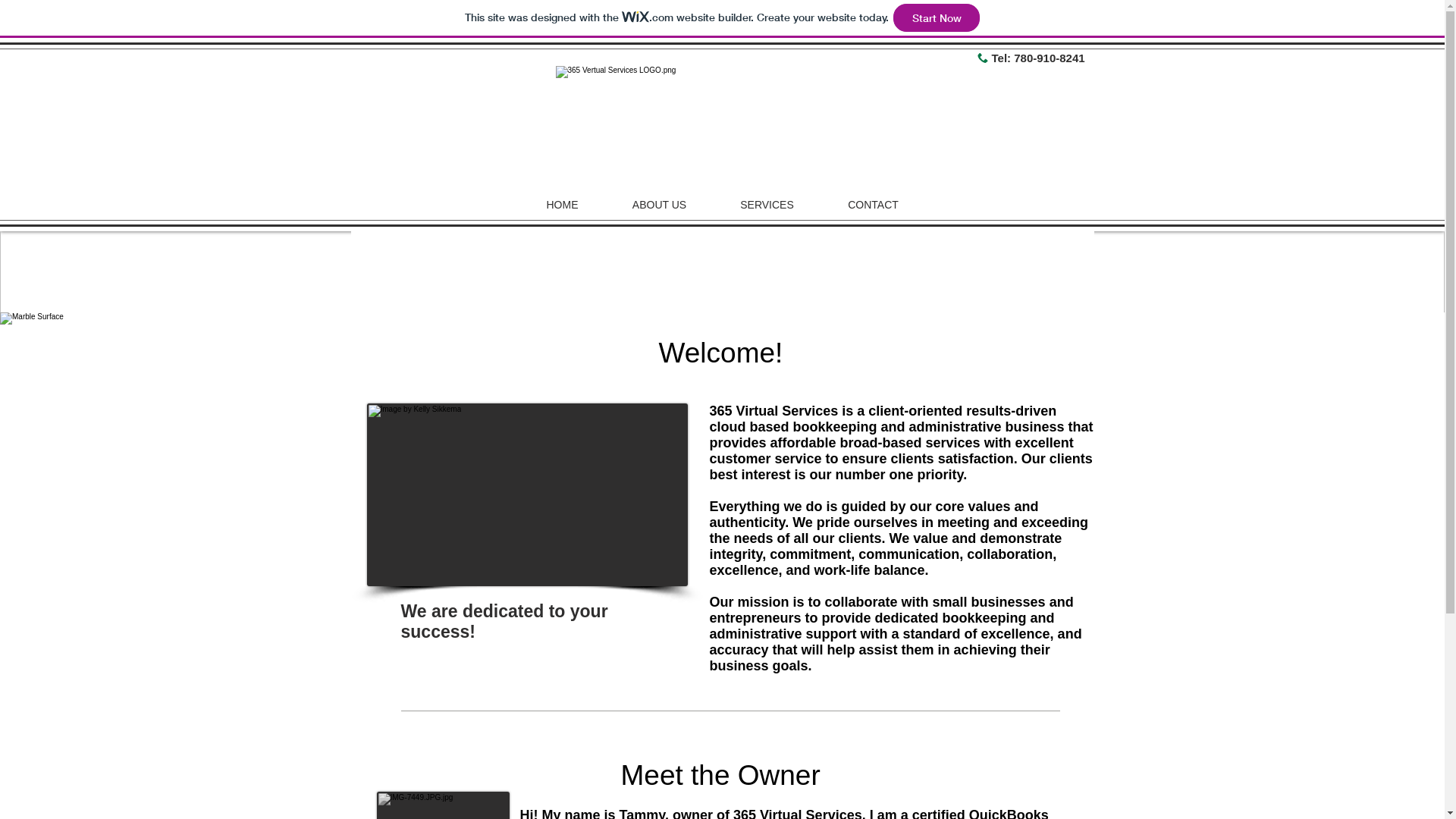 This screenshot has width=1456, height=819. What do you see at coordinates (767, 205) in the screenshot?
I see `'SERVICES'` at bounding box center [767, 205].